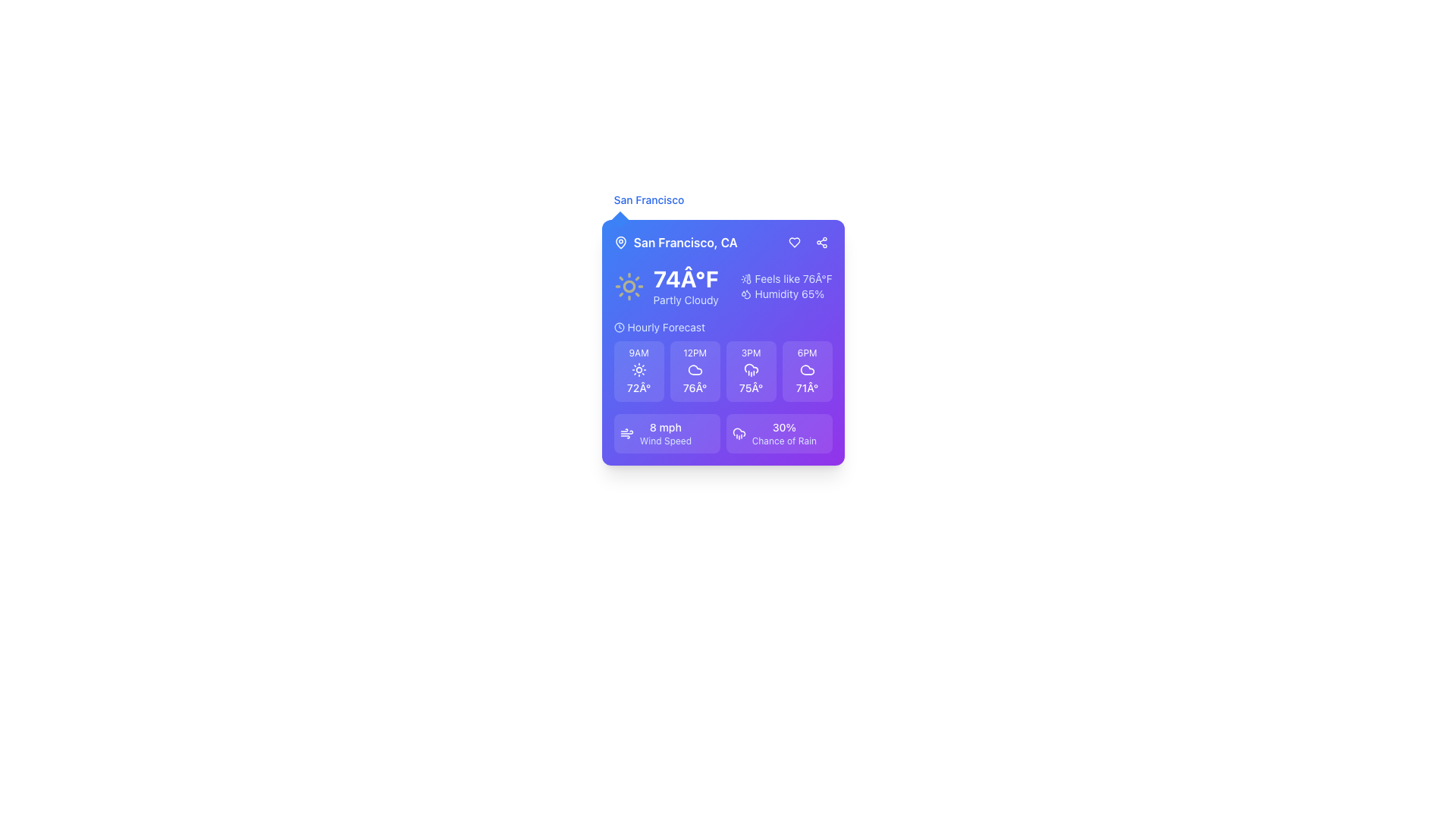 This screenshot has width=1456, height=819. Describe the element at coordinates (739, 433) in the screenshot. I see `the rain likelihood icon located in the bottom-right card of the weather information section, which is directly to the left of the text '30% Chance of Rain'. This icon is the only weather icon in this specific card` at that location.